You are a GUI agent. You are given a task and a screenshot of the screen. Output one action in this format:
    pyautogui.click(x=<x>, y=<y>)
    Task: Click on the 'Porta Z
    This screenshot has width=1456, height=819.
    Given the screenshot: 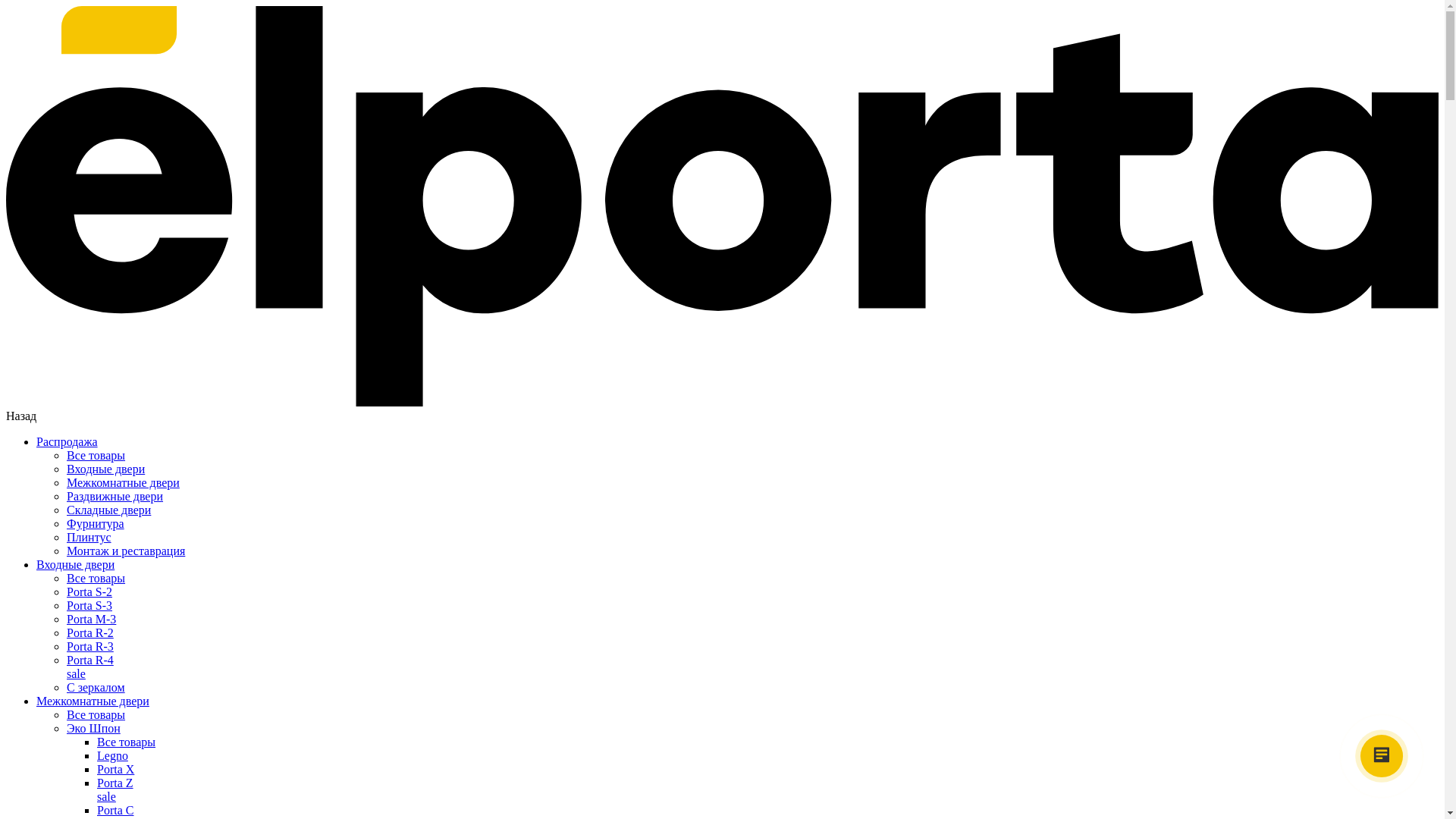 What is the action you would take?
    pyautogui.click(x=767, y=789)
    